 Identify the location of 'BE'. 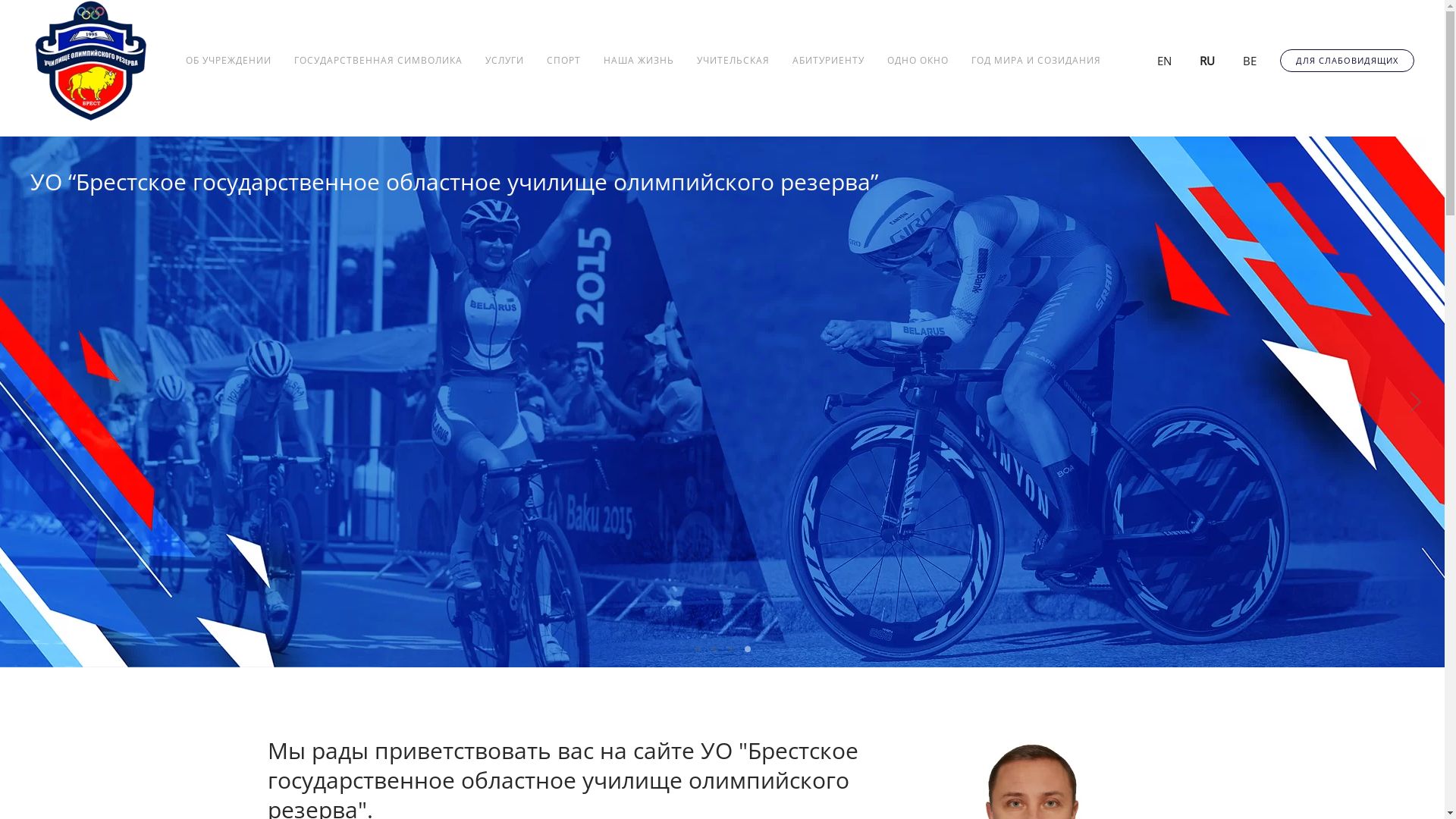
(1241, 58).